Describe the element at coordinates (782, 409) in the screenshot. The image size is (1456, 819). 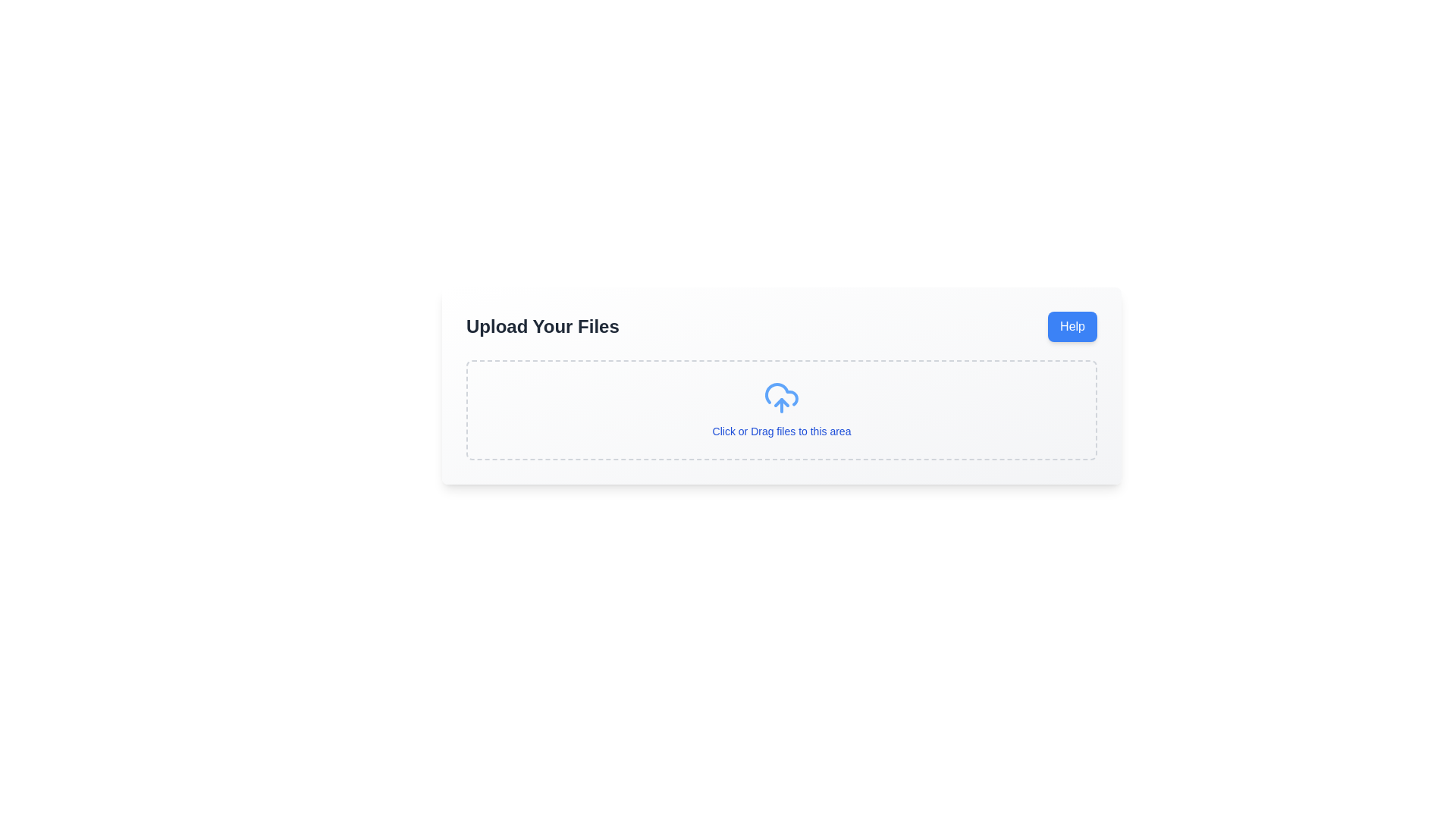
I see `the text area displaying the instruction 'Click or Drag files to this area' below the blue cloud upload icon` at that location.